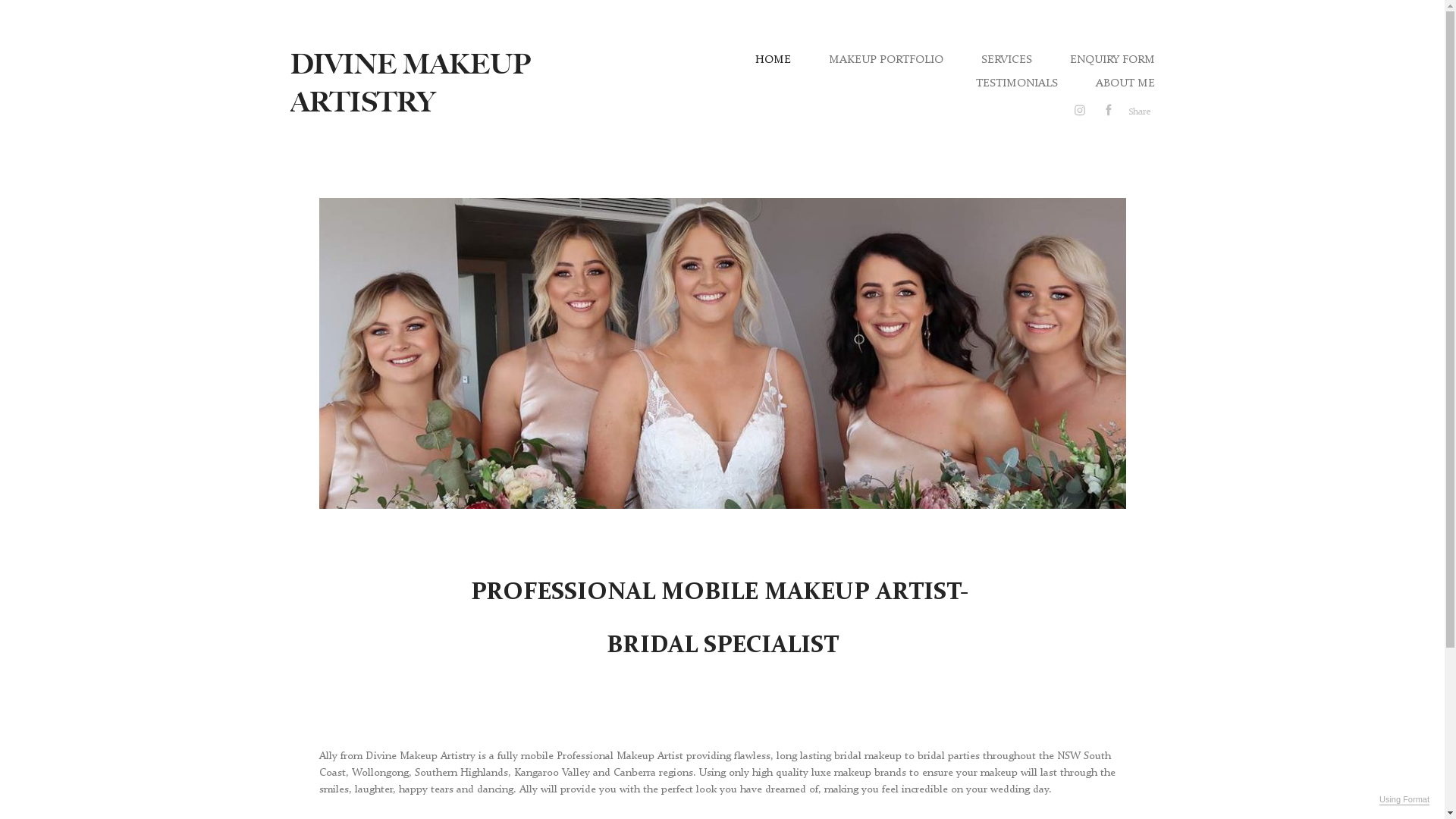 This screenshot has height=819, width=1456. What do you see at coordinates (1404, 799) in the screenshot?
I see `'Using Format'` at bounding box center [1404, 799].